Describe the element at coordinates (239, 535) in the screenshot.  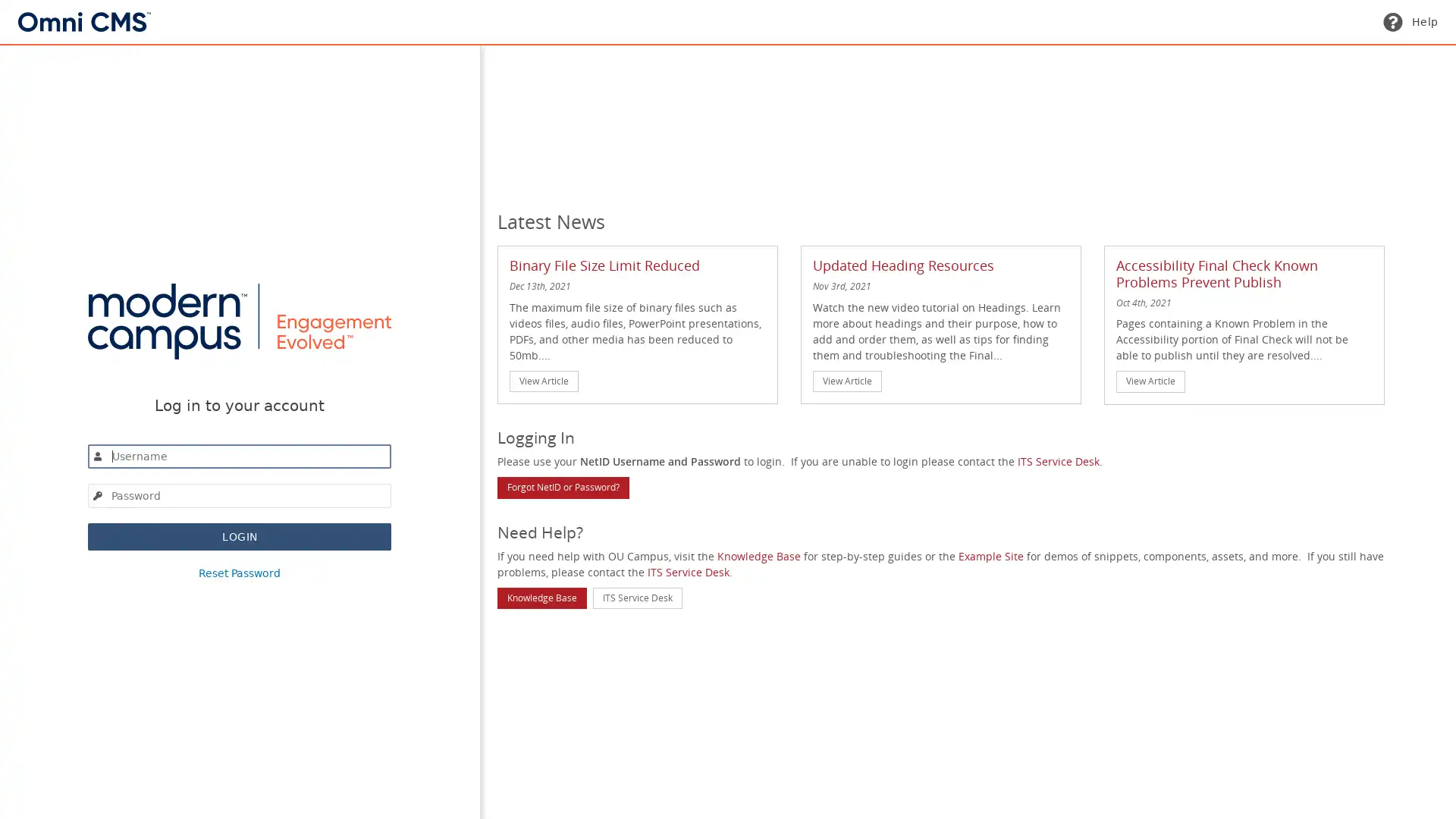
I see `LOGIN` at that location.